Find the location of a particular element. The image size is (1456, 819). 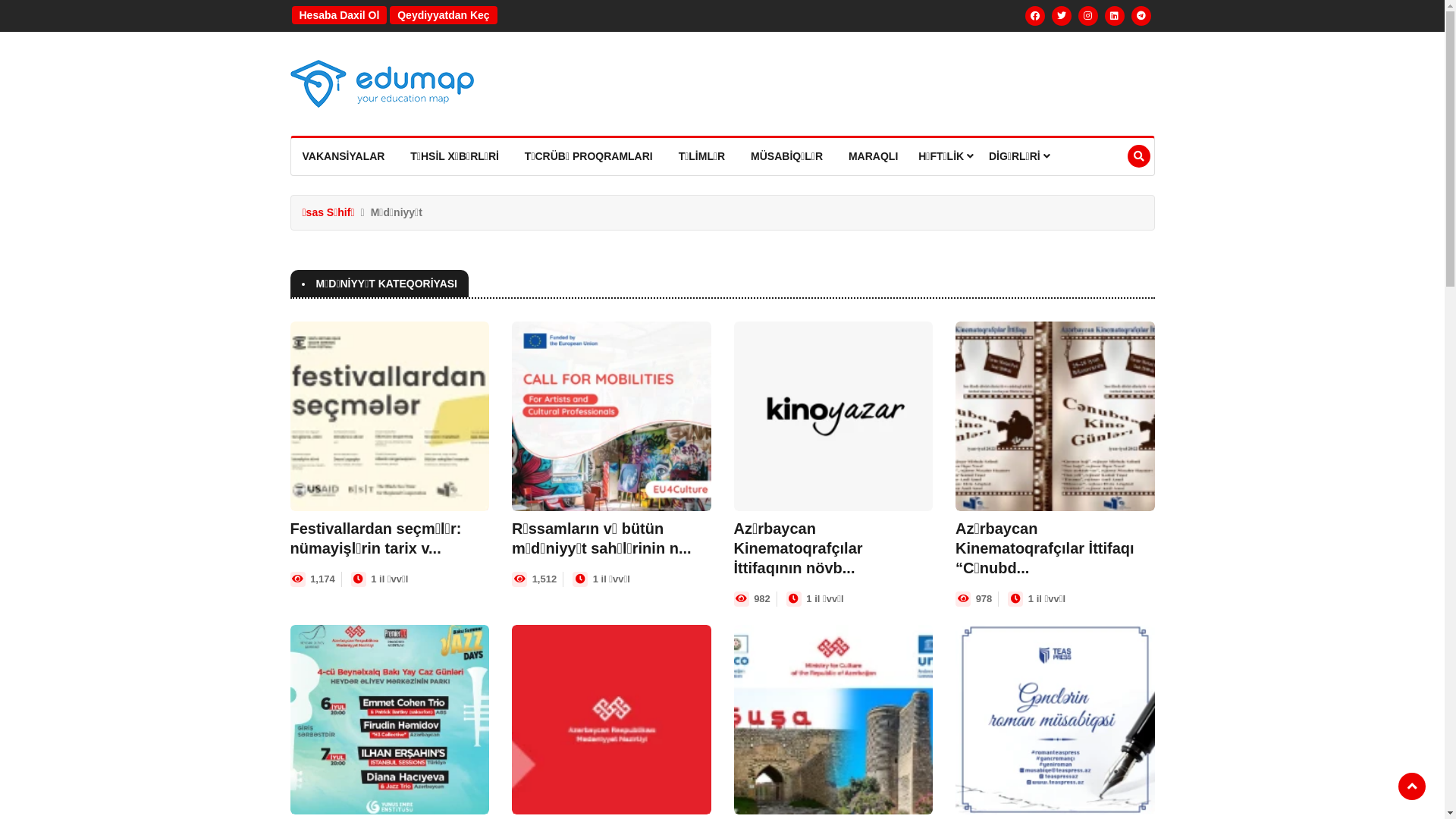

'Facebook' is located at coordinates (1034, 15).